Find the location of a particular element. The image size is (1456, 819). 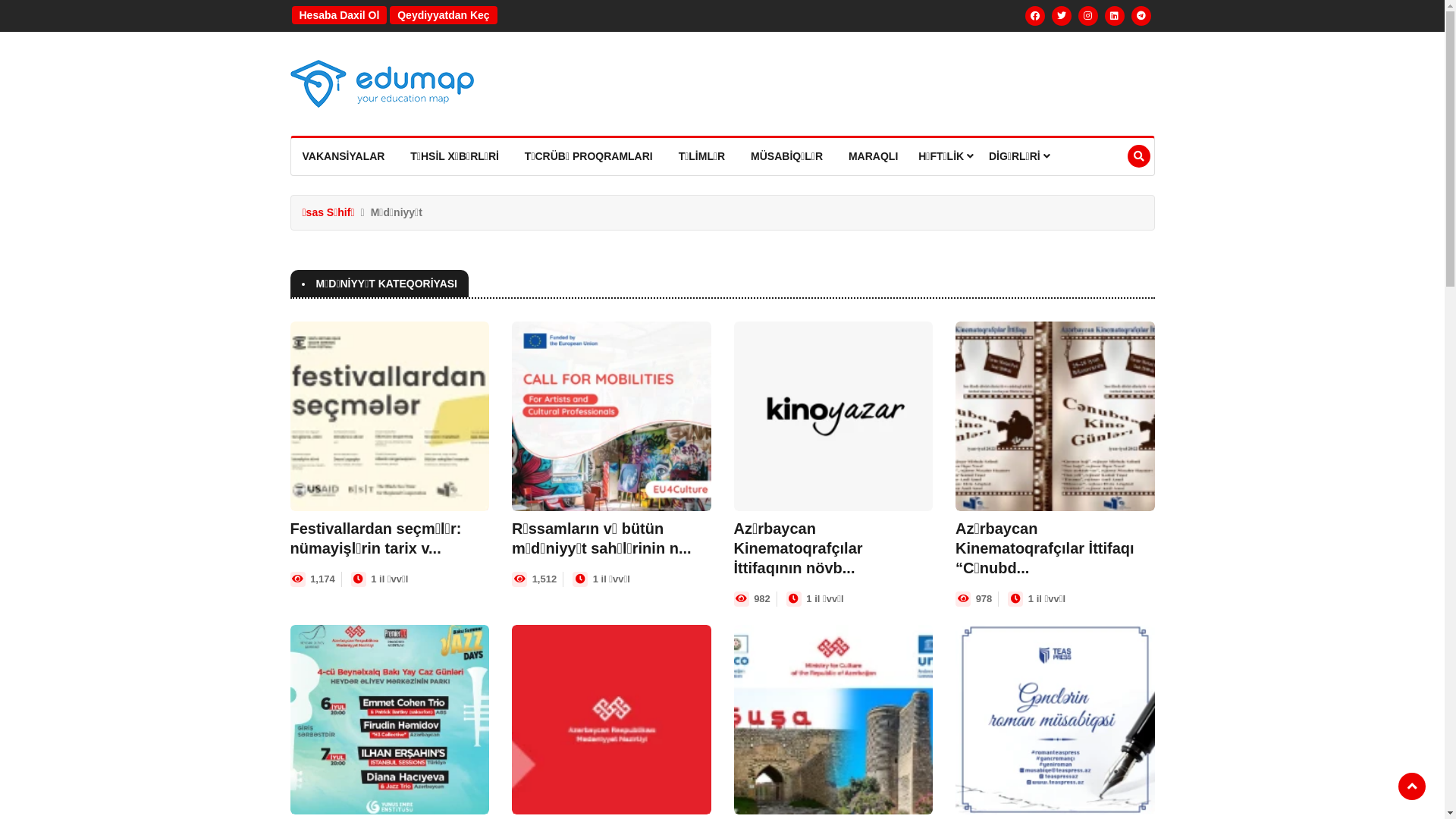

'Facebook' is located at coordinates (1034, 15).